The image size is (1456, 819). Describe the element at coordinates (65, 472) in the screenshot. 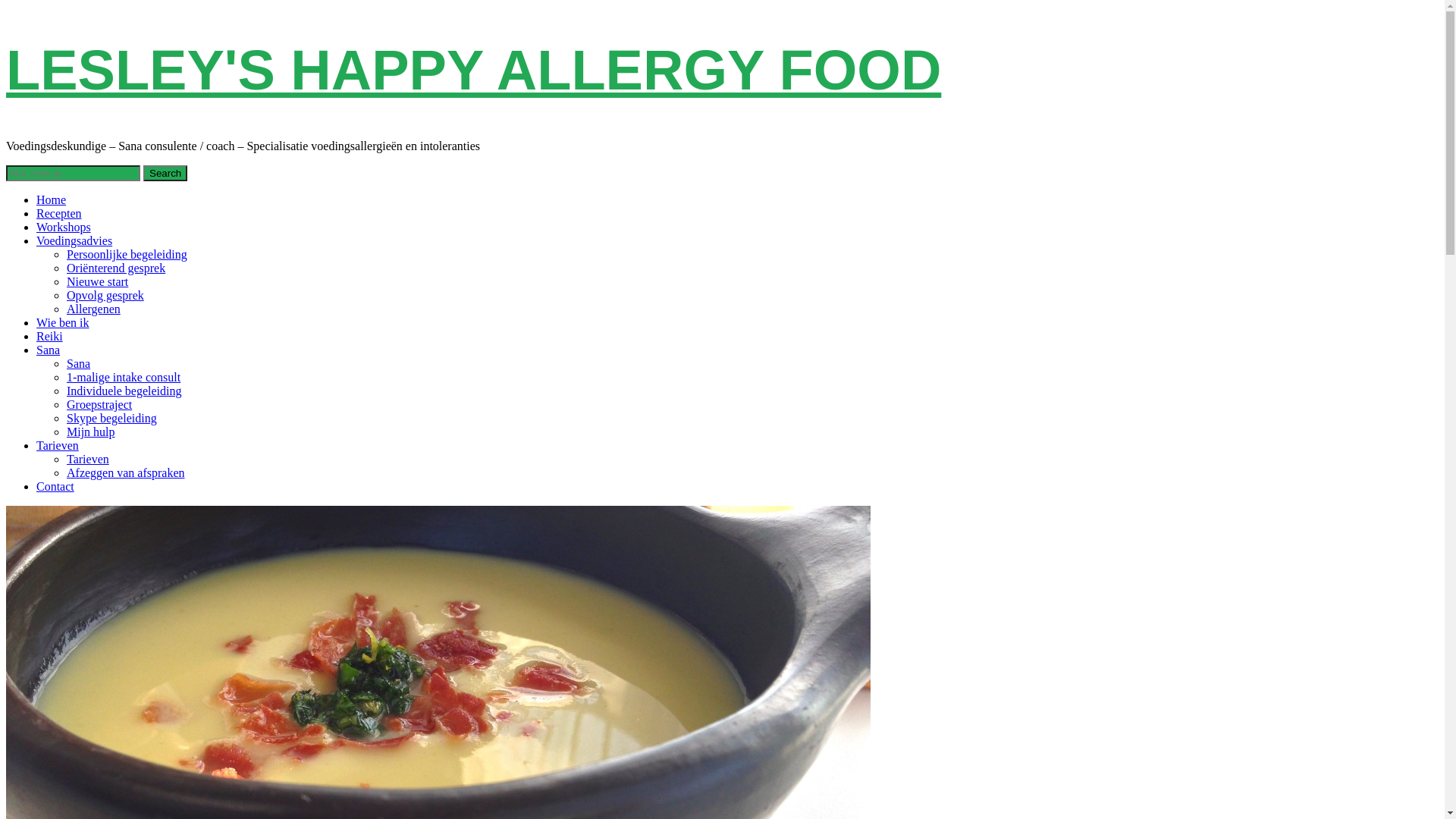

I see `'Afzeggen van afspraken'` at that location.